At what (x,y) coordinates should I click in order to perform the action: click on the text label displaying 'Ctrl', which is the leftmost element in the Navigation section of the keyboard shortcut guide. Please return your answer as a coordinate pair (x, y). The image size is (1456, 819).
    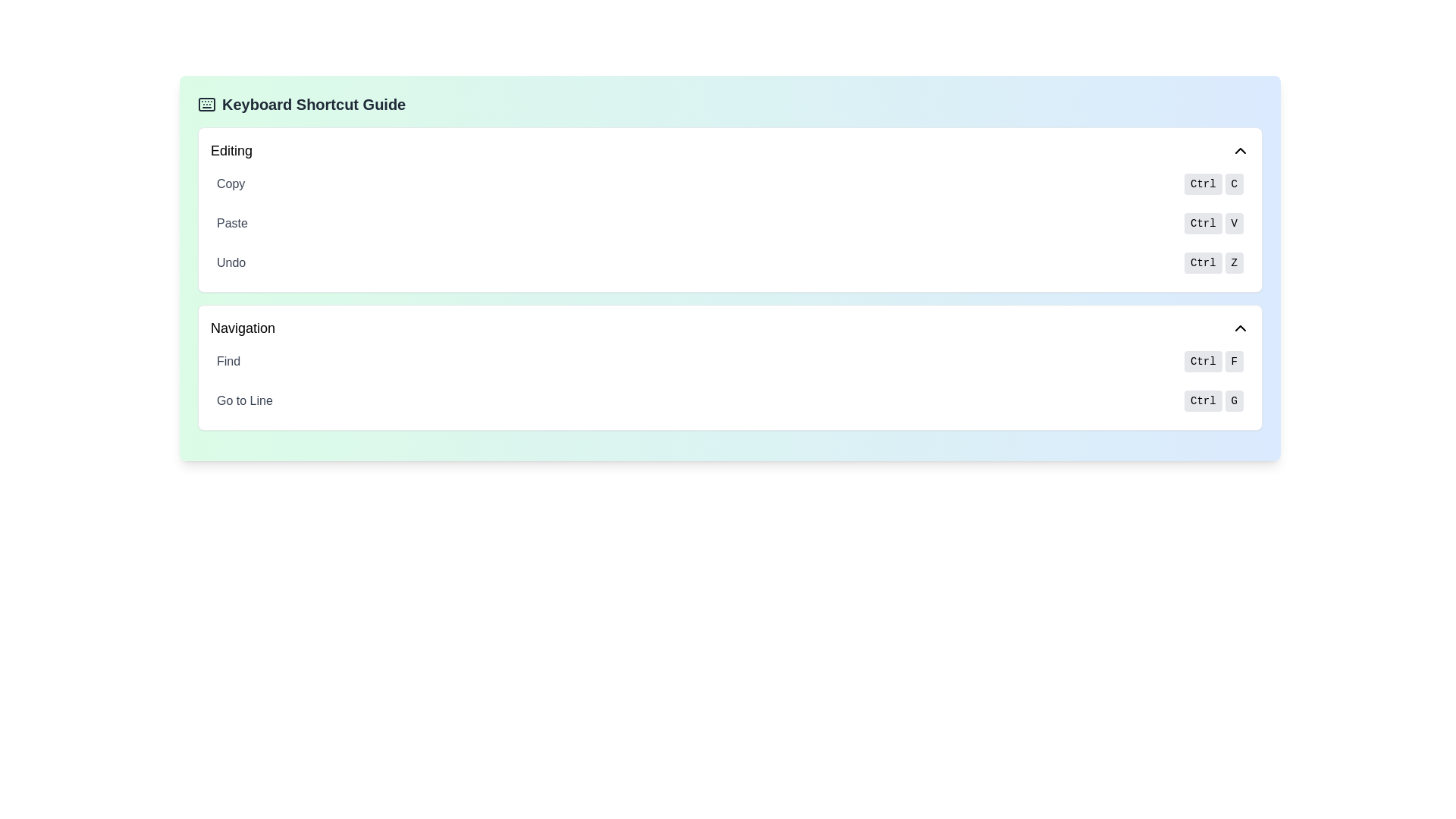
    Looking at the image, I should click on (1202, 400).